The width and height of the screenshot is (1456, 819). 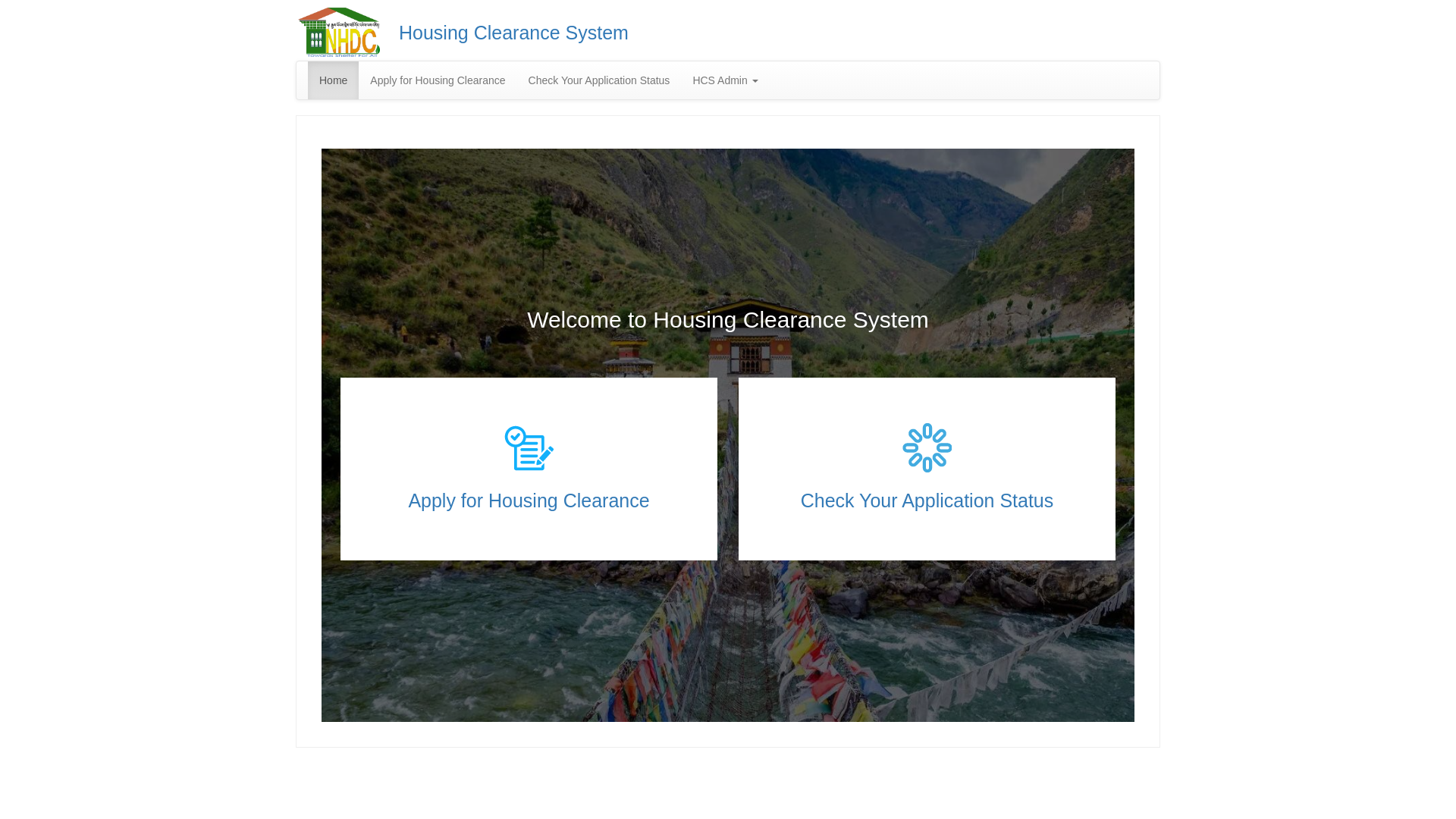 I want to click on 'Check Your Application Status', so click(x=927, y=500).